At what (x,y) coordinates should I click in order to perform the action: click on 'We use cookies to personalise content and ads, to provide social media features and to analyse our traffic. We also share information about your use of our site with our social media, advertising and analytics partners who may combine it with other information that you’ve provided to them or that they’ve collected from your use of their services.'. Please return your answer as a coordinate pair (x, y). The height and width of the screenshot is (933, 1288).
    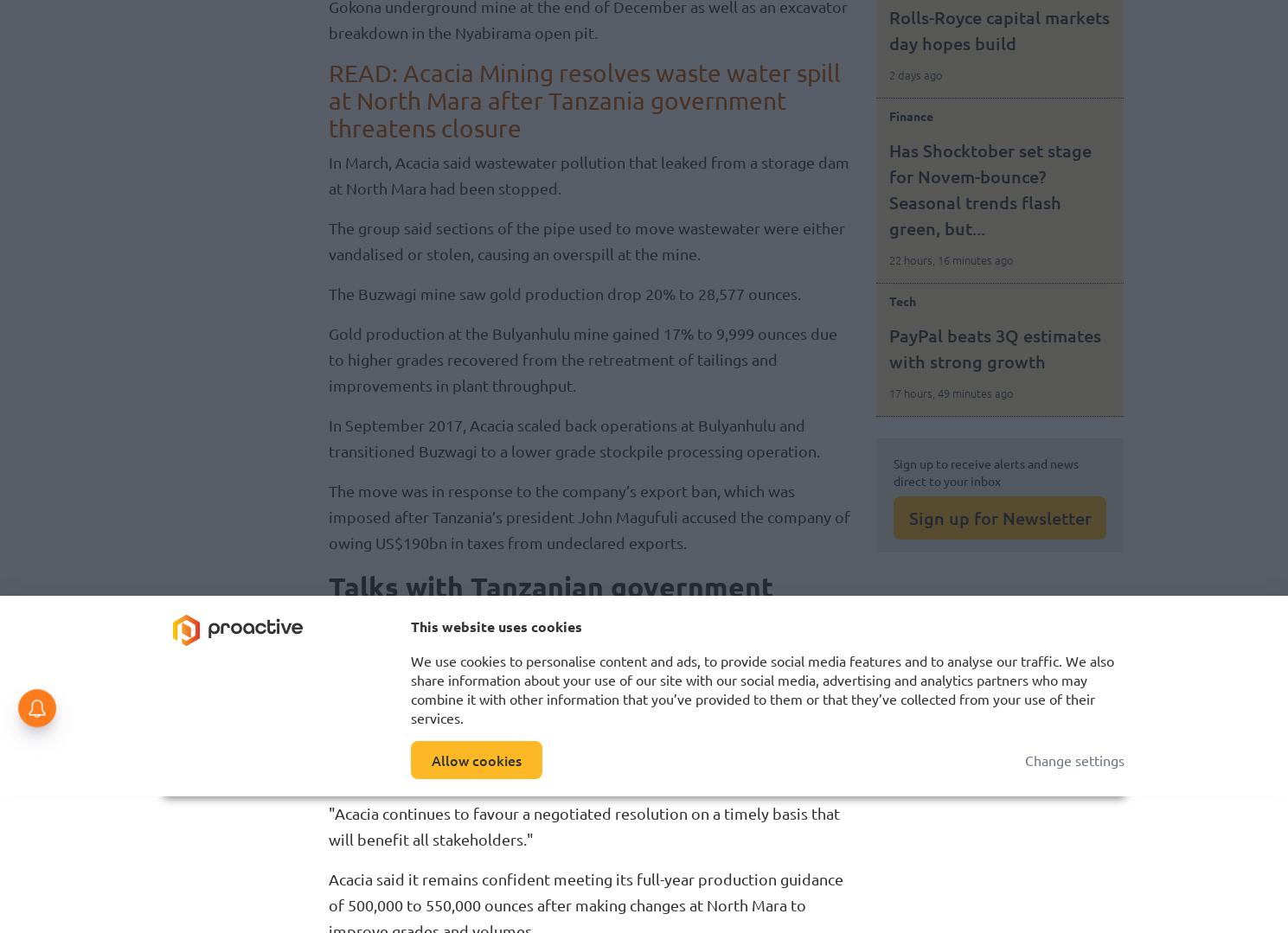
    Looking at the image, I should click on (409, 687).